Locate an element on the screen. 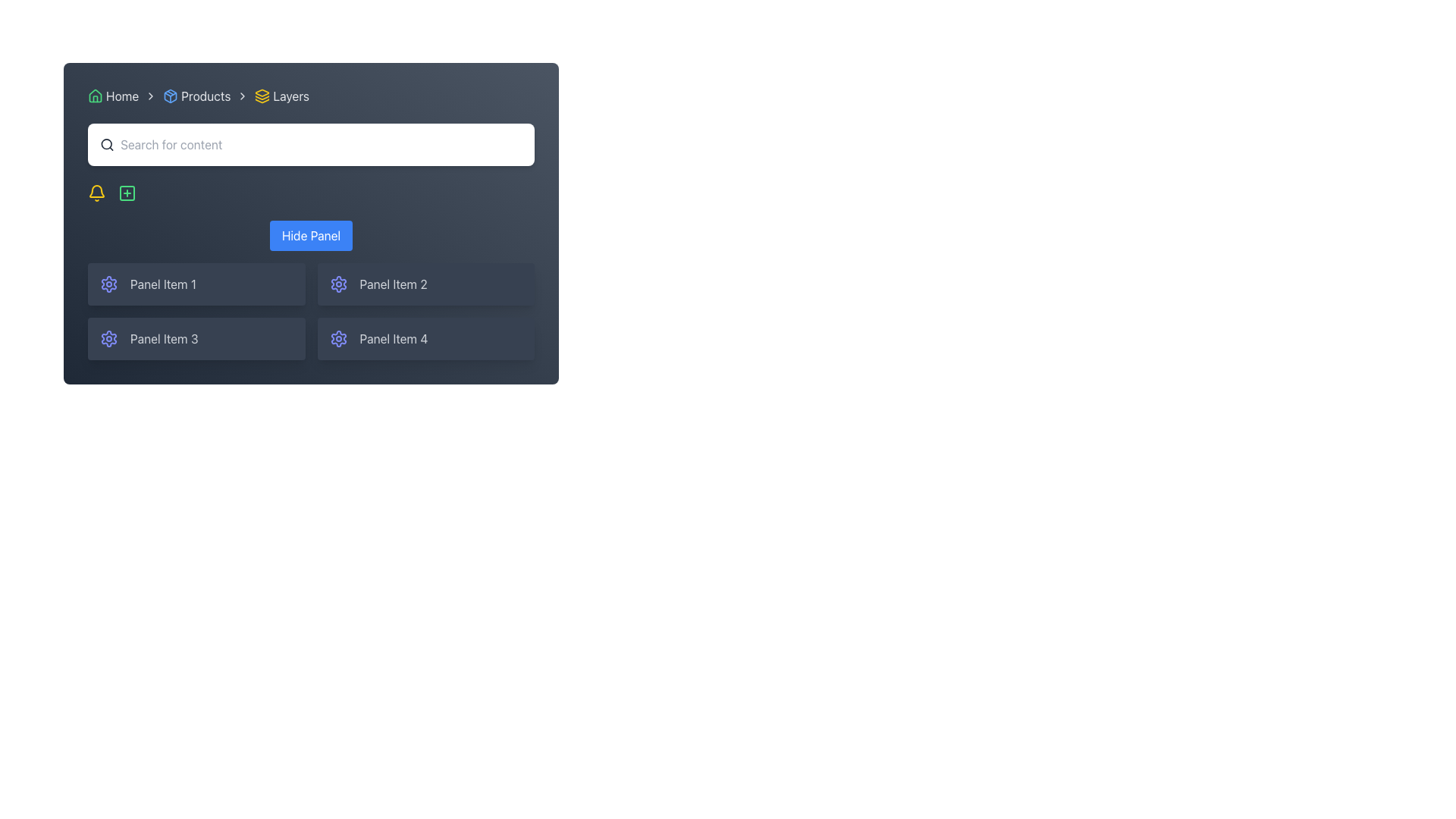 This screenshot has height=819, width=1456. the second item in the breadcrumb navigation menu, which is a Label with icon indicating the current location or navigation point is located at coordinates (196, 96).